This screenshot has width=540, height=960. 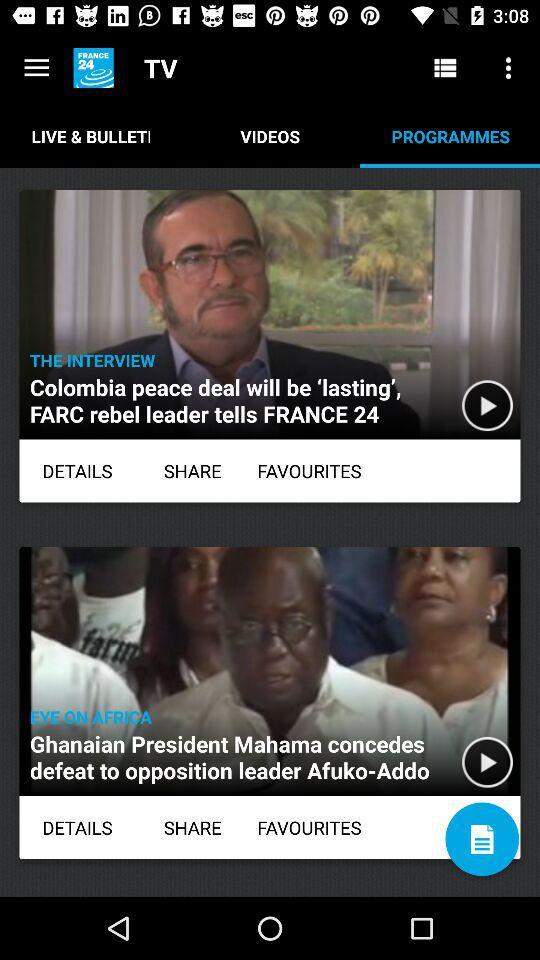 What do you see at coordinates (481, 839) in the screenshot?
I see `the description icon` at bounding box center [481, 839].